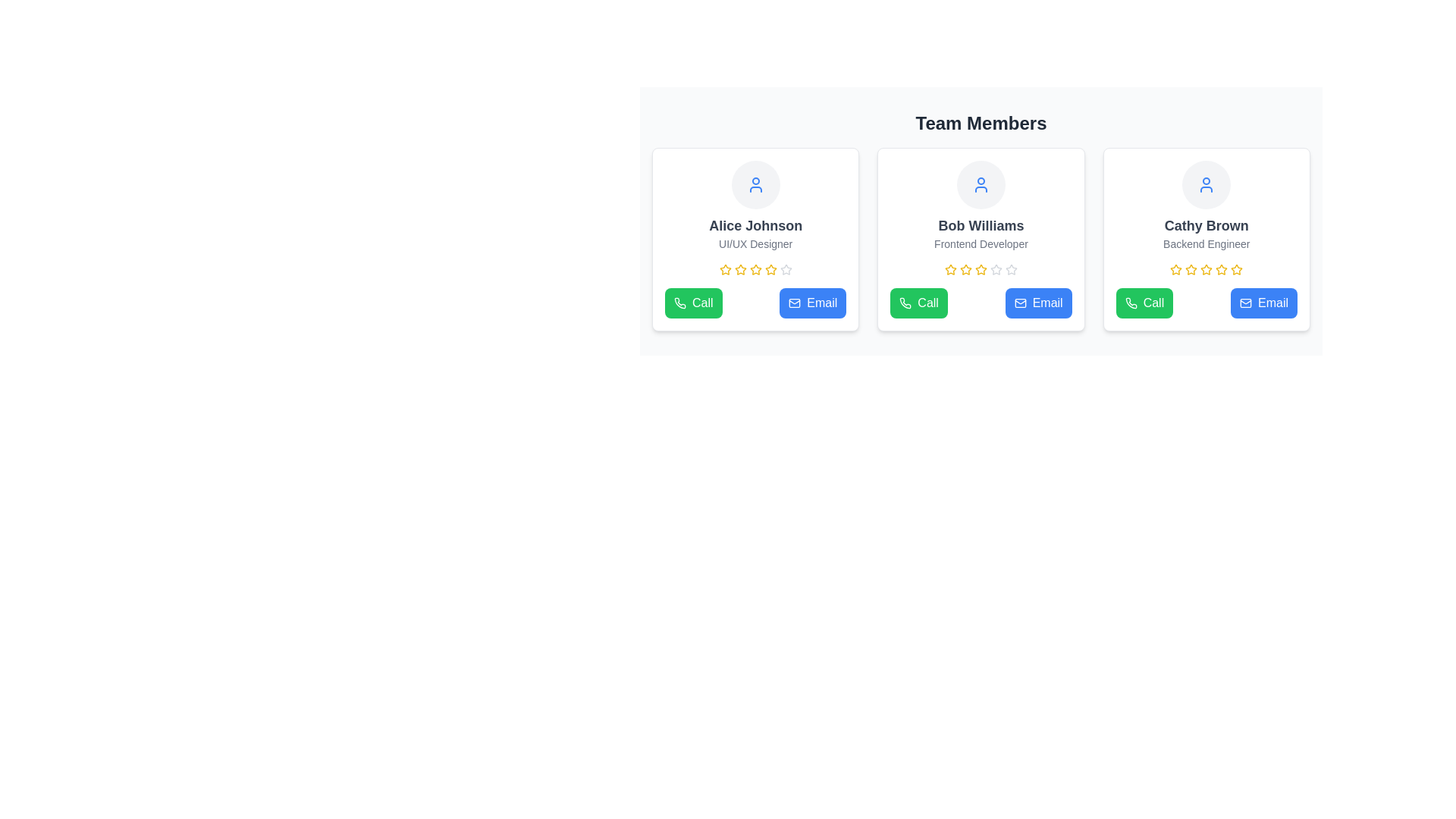  I want to click on the text label displaying 'Cathy Brown', which is styled in bold, dark gray, and is center-aligned below the circular avatar in the team members section, so click(1206, 225).